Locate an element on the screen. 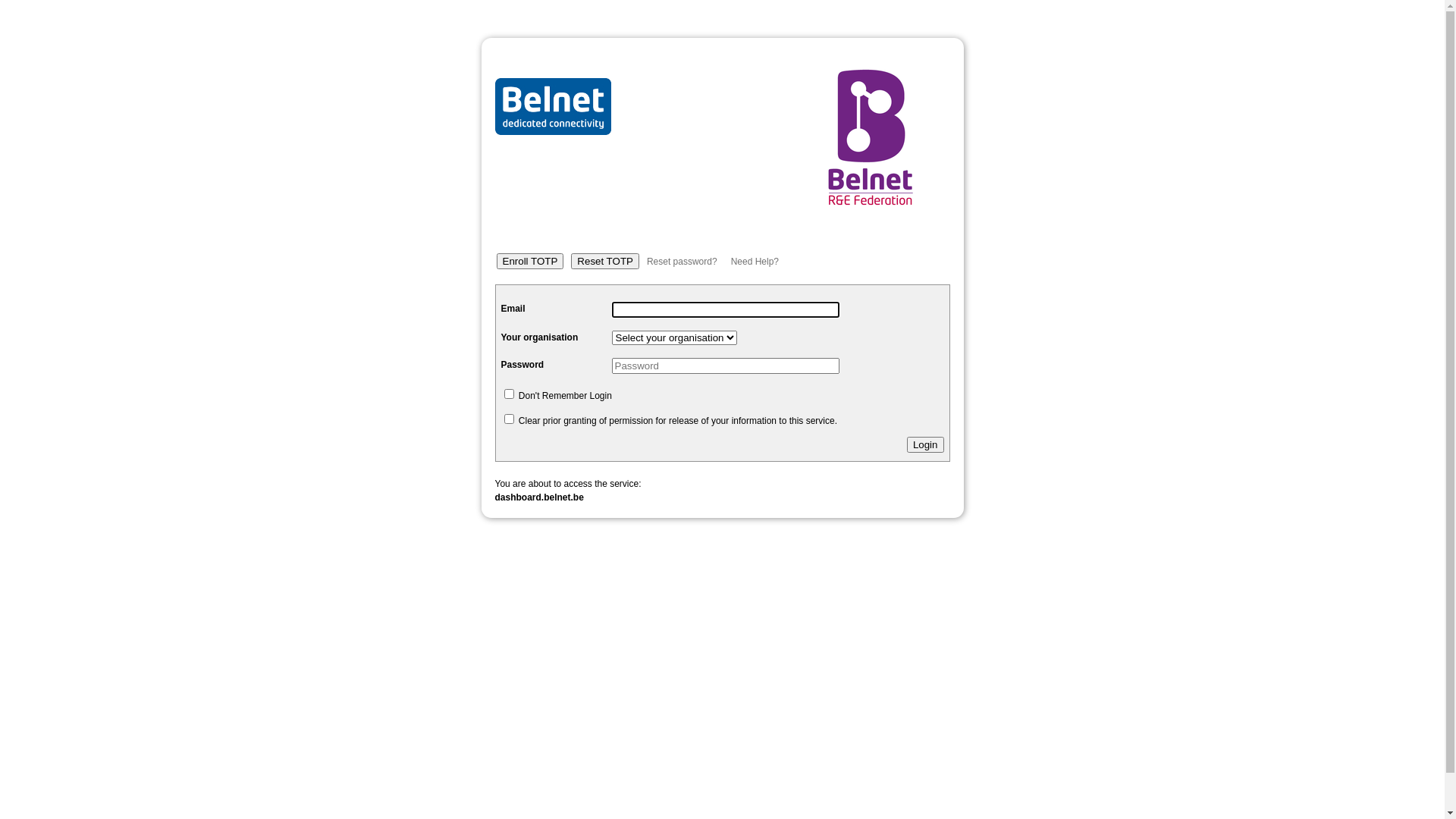 The height and width of the screenshot is (819, 1456). 'Login' is located at coordinates (924, 444).